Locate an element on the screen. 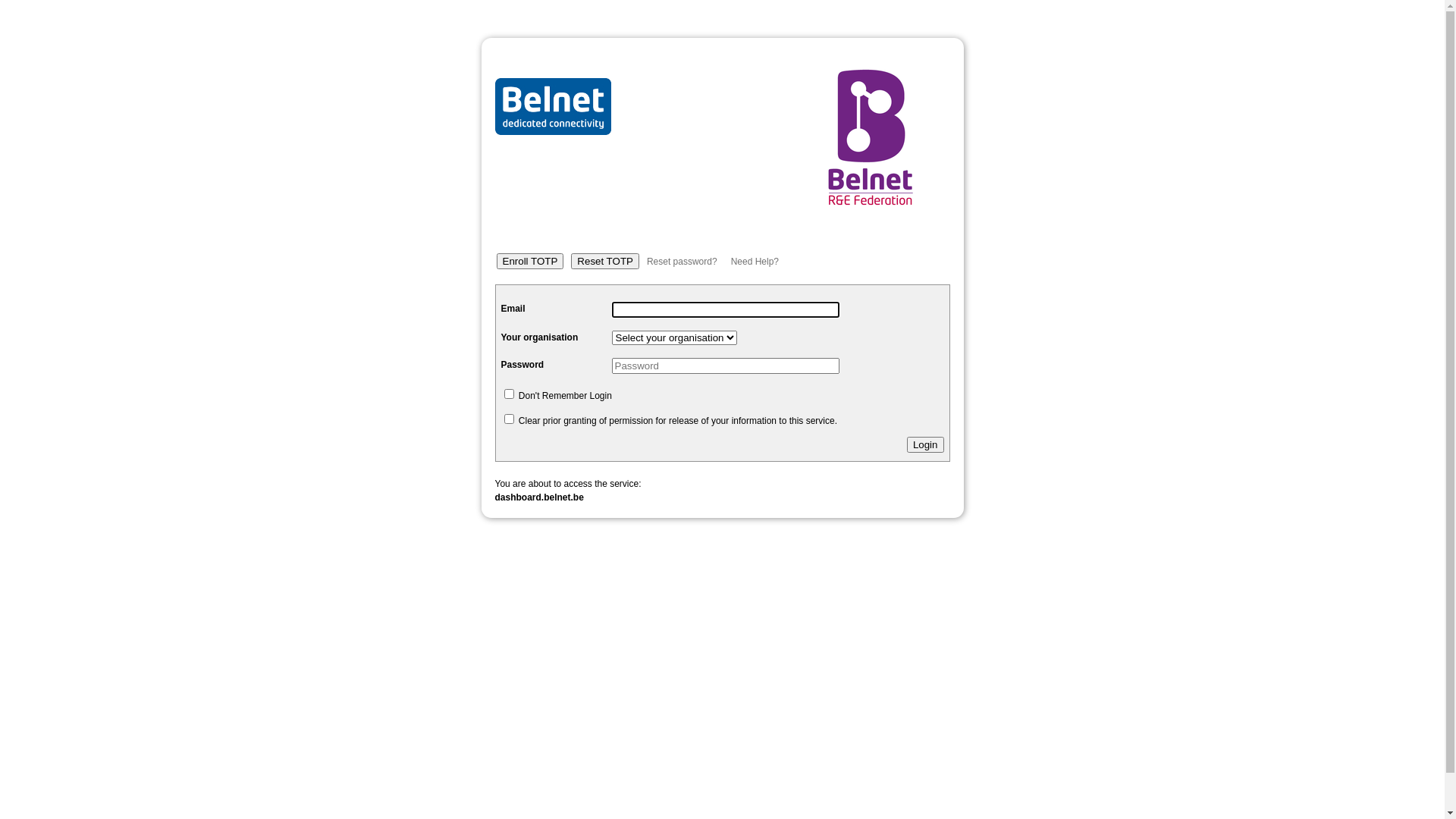 The height and width of the screenshot is (819, 1456). 'Login' is located at coordinates (924, 444).